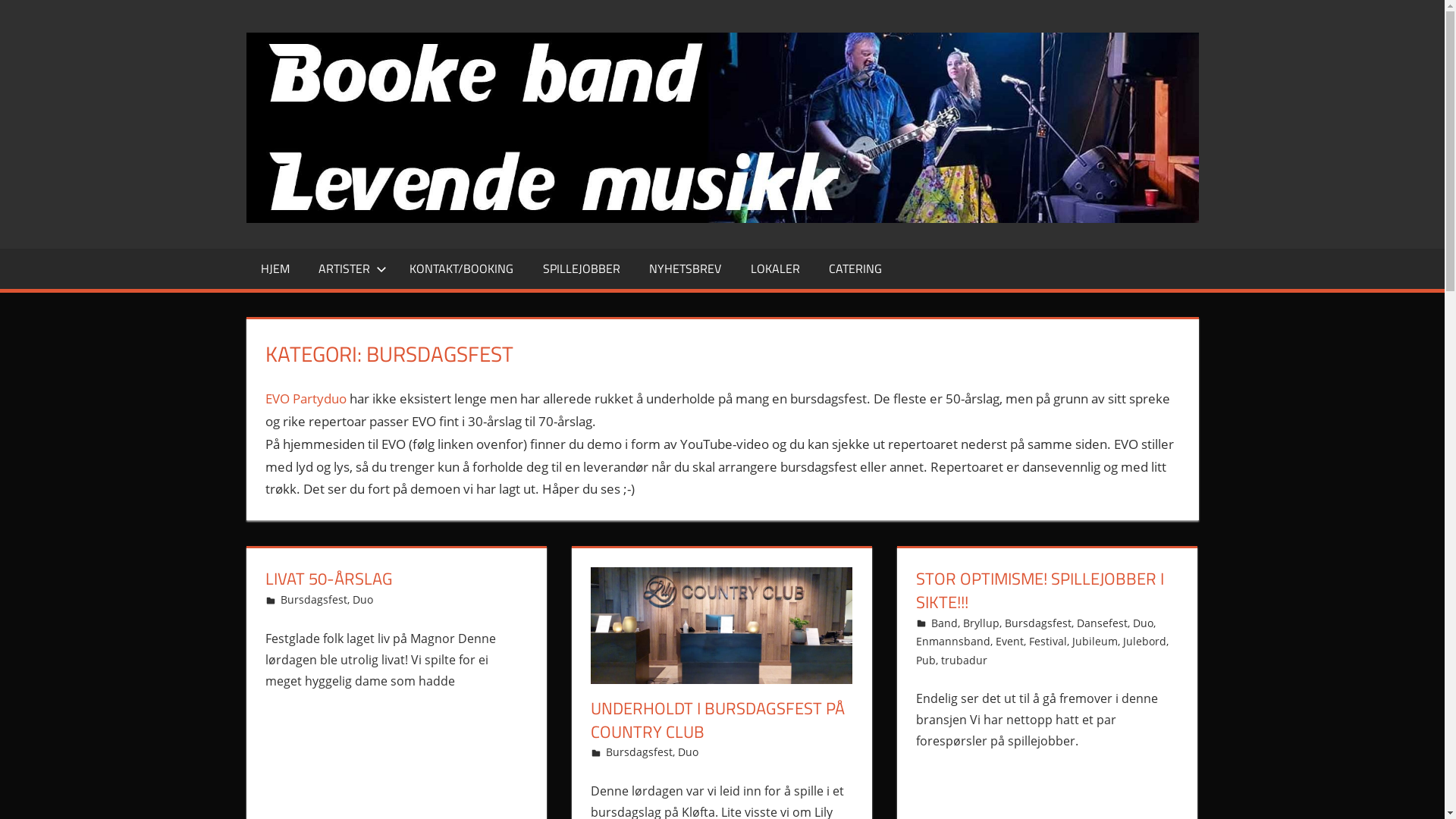 This screenshot has height=819, width=1456. What do you see at coordinates (943, 623) in the screenshot?
I see `'Band'` at bounding box center [943, 623].